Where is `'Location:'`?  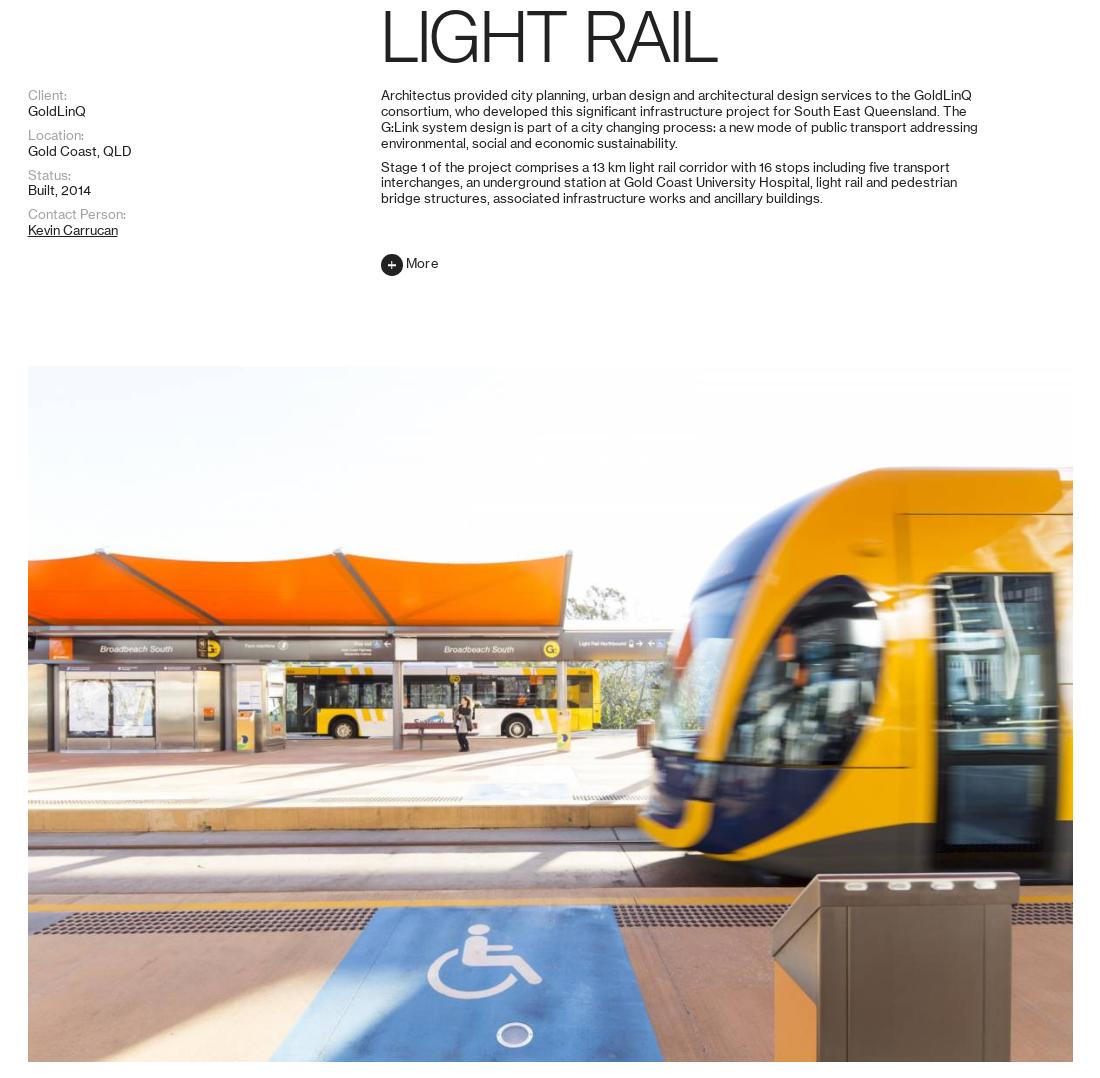 'Location:' is located at coordinates (54, 928).